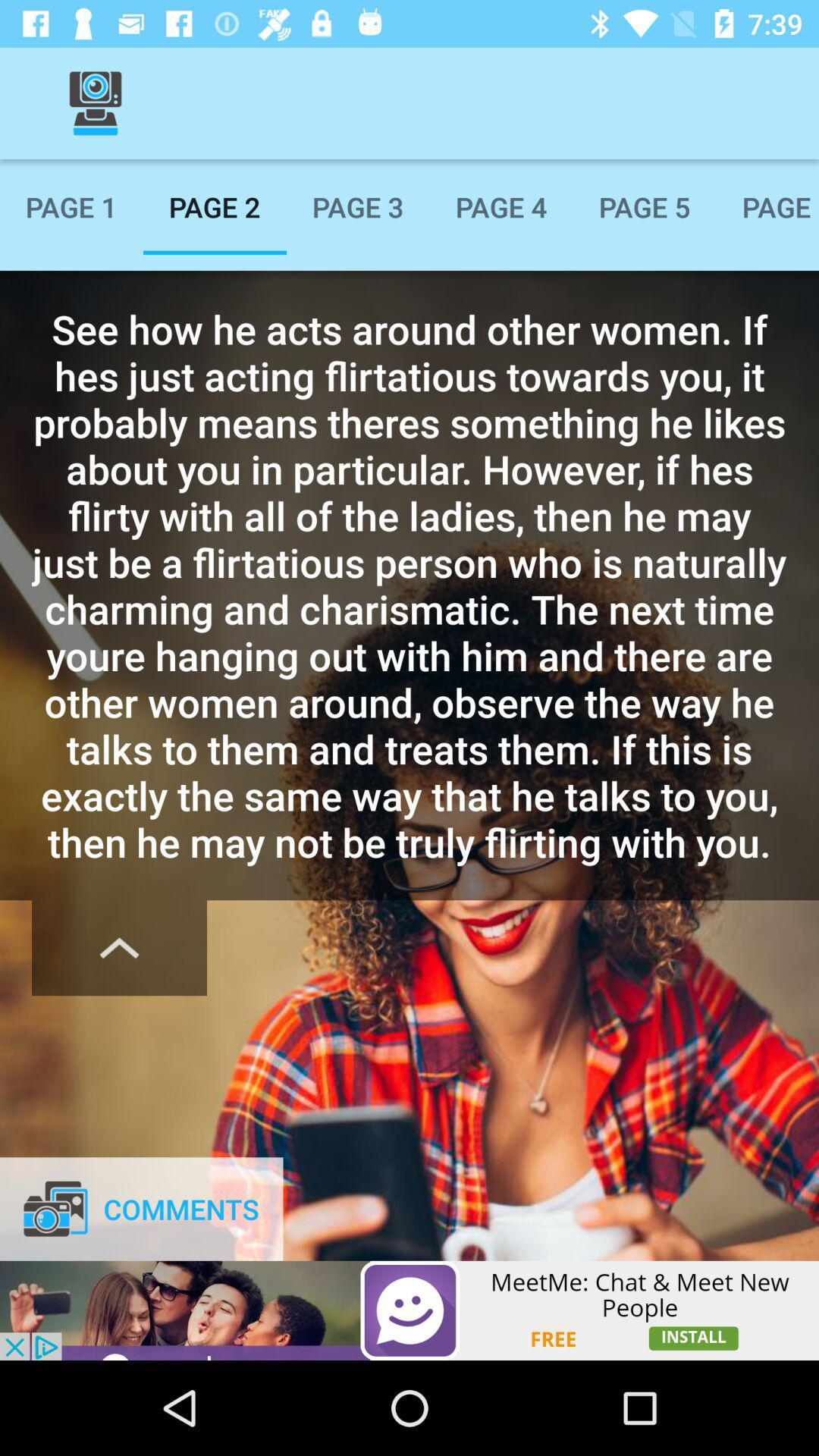  Describe the element at coordinates (118, 947) in the screenshot. I see `switch autoplay option` at that location.